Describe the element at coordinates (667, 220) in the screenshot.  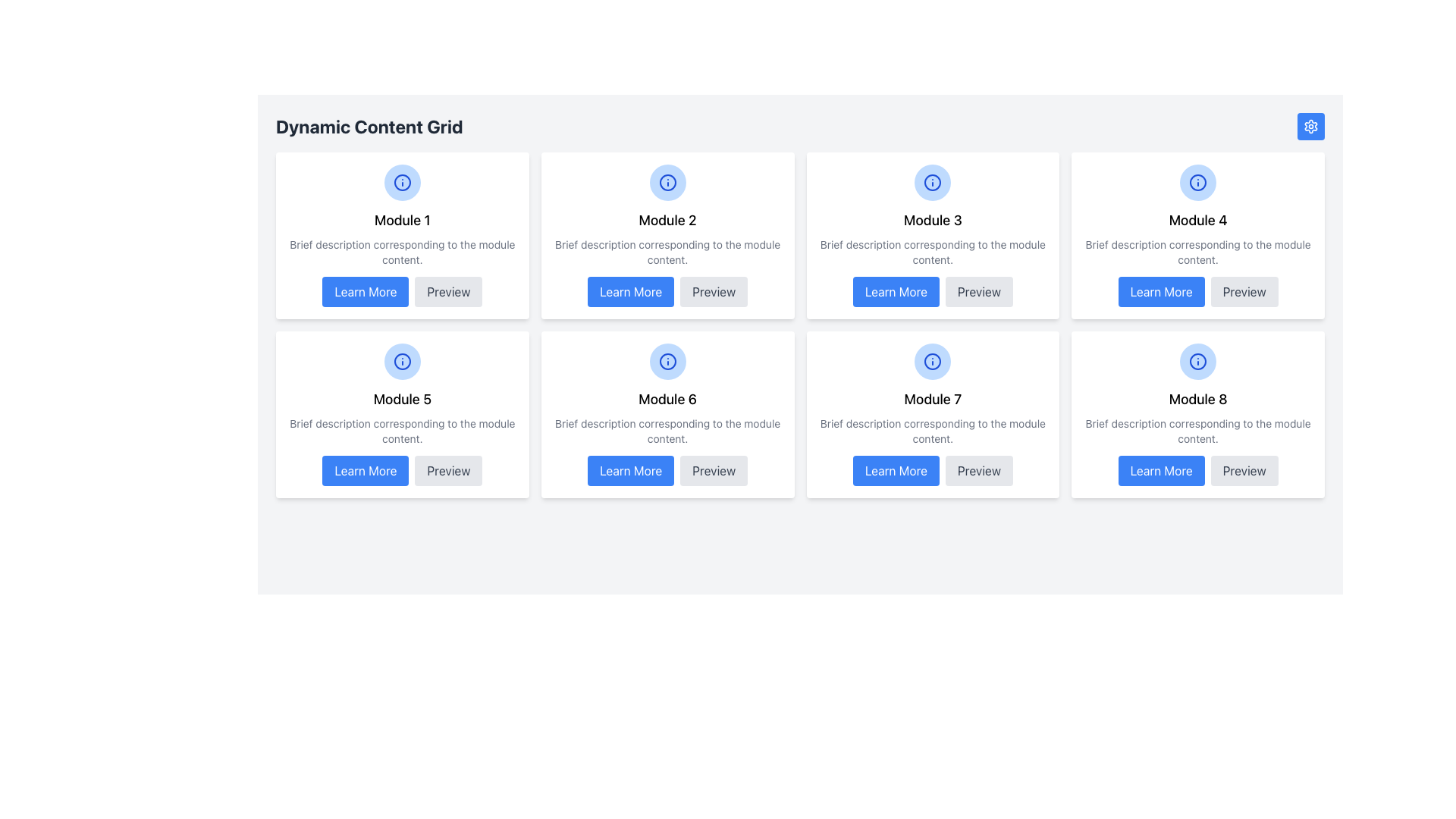
I see `the 'Module 2' text label, which is displayed in a medium-sized, bold font and is positioned above action buttons within the second card of the first row in a grid layout` at that location.